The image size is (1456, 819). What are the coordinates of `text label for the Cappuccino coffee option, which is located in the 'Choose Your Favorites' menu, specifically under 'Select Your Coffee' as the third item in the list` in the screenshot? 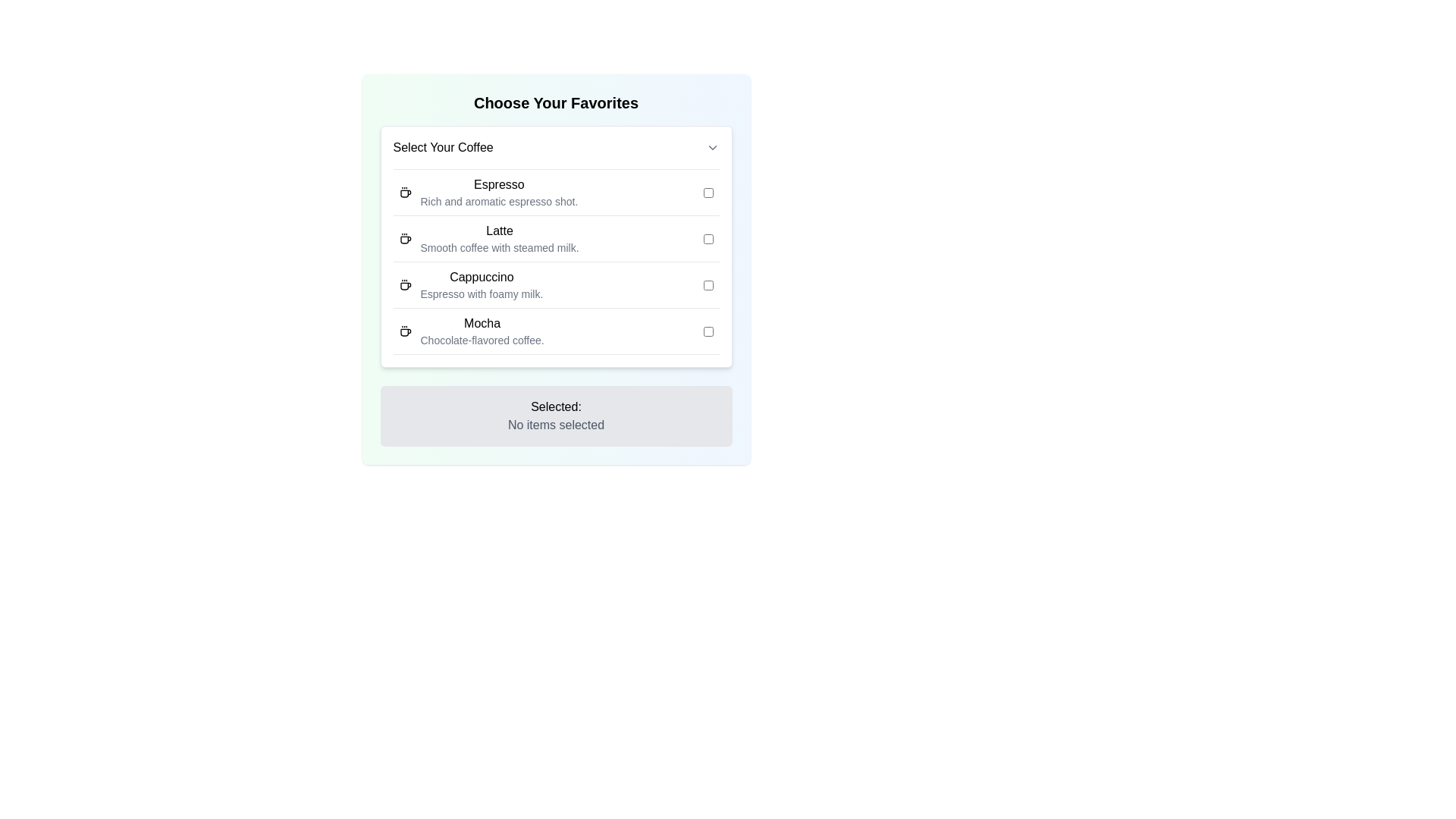 It's located at (481, 278).